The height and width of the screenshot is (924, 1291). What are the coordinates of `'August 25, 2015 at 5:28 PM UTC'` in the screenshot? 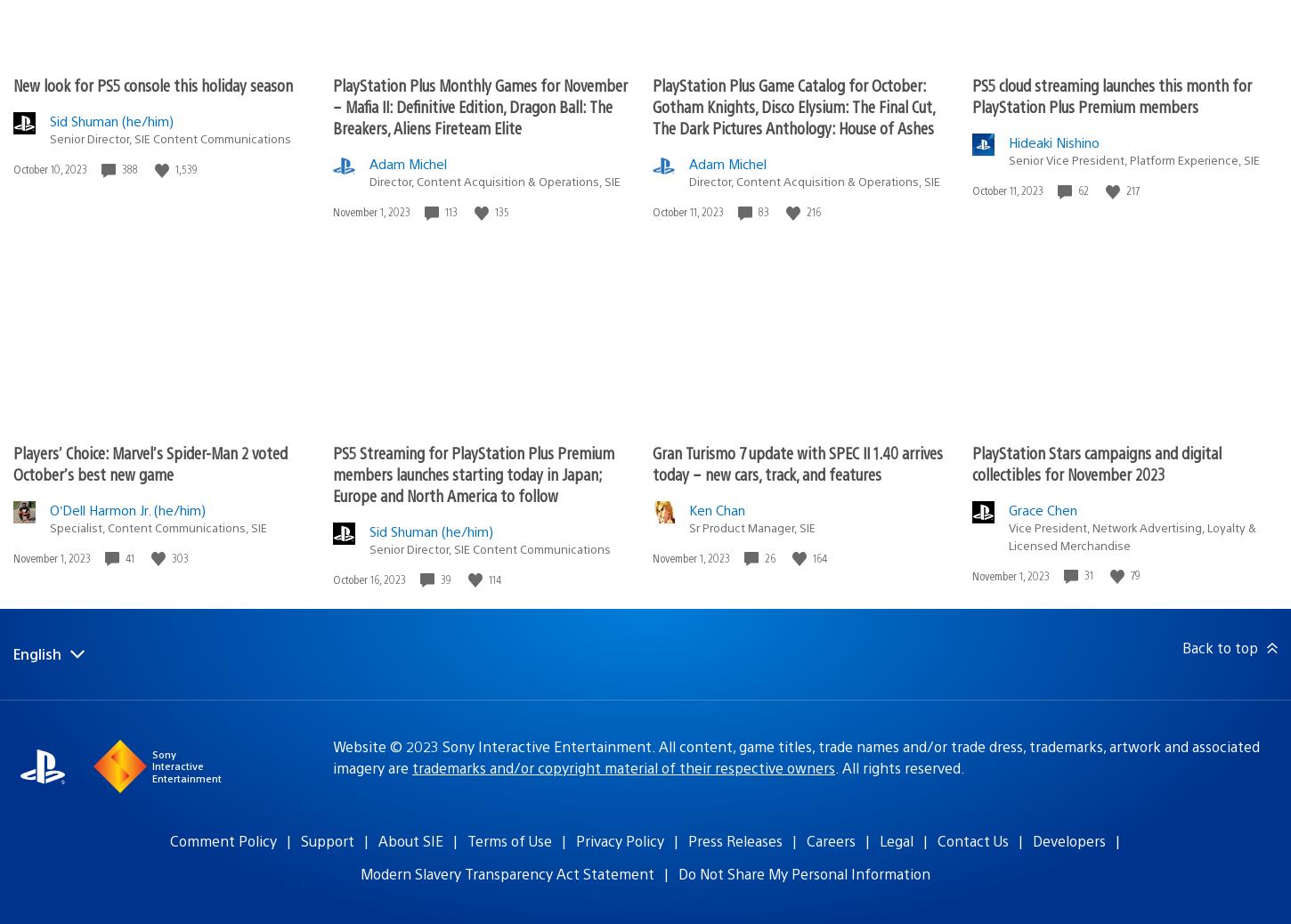 It's located at (316, 517).